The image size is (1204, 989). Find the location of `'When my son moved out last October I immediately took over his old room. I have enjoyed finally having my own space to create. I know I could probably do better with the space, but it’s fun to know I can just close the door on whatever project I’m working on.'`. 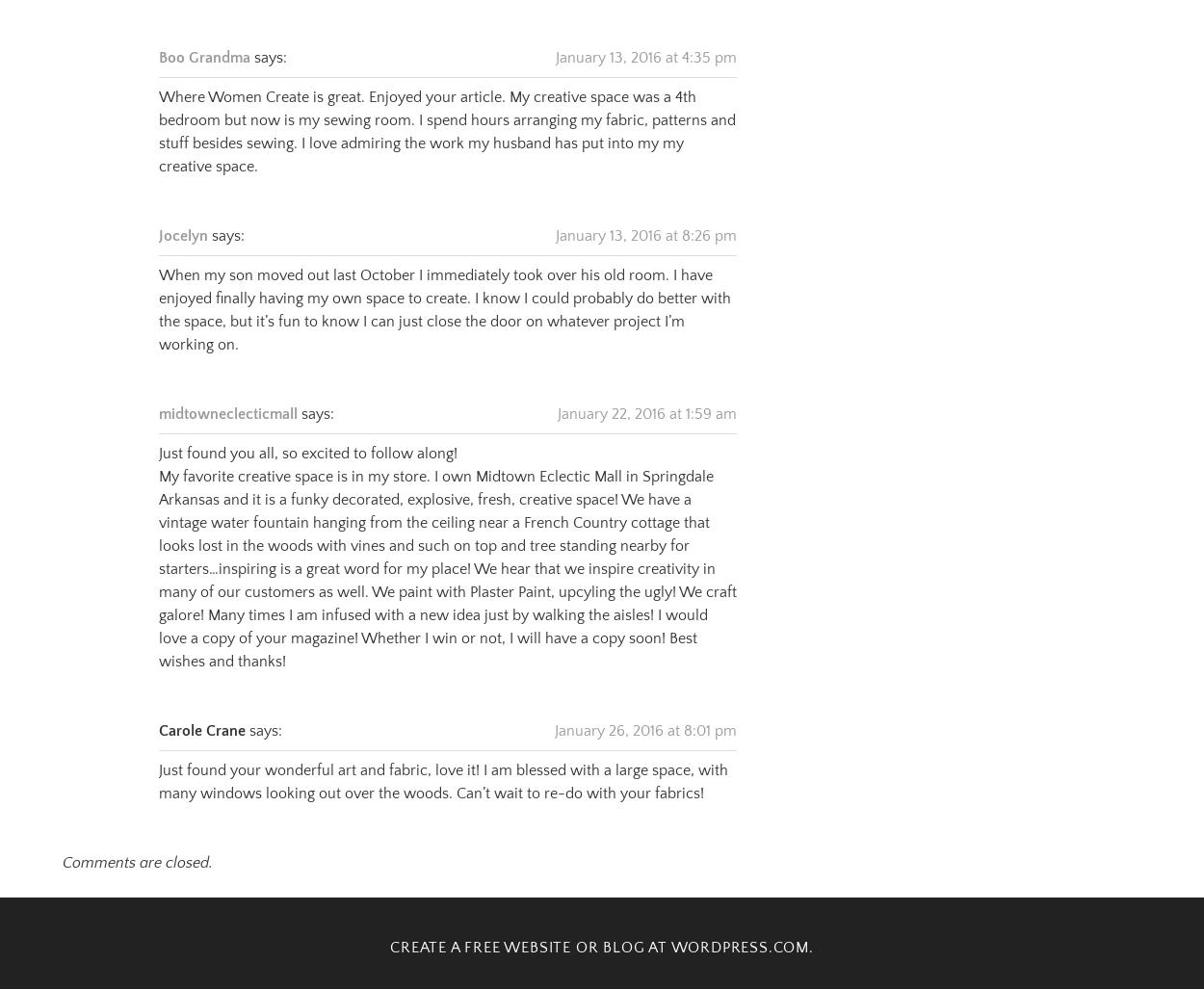

'When my son moved out last October I immediately took over his old room. I have enjoyed finally having my own space to create. I know I could probably do better with the space, but it’s fun to know I can just close the door on whatever project I’m working on.' is located at coordinates (444, 285).